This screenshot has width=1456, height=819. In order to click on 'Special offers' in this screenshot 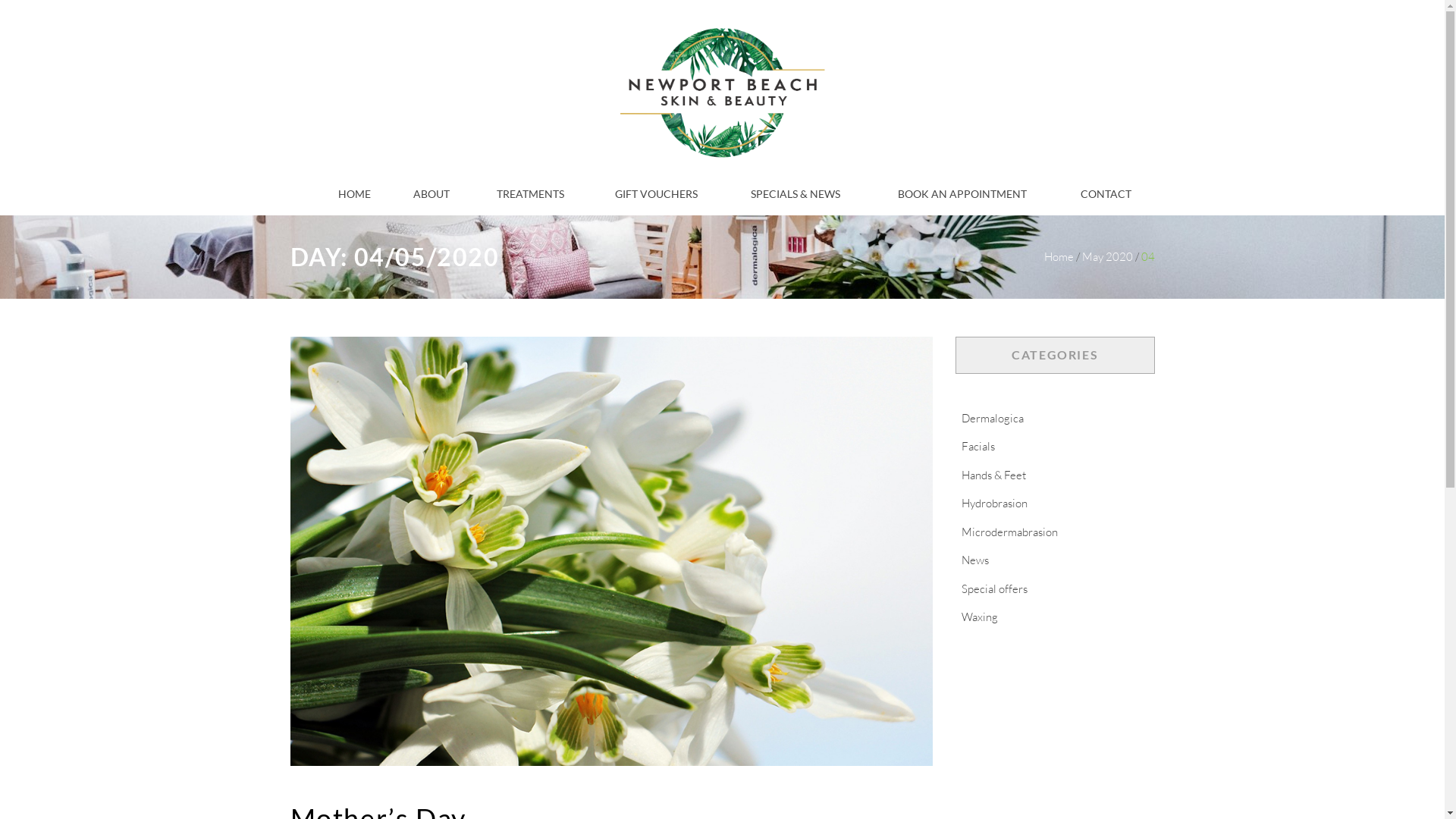, I will do `click(994, 588)`.